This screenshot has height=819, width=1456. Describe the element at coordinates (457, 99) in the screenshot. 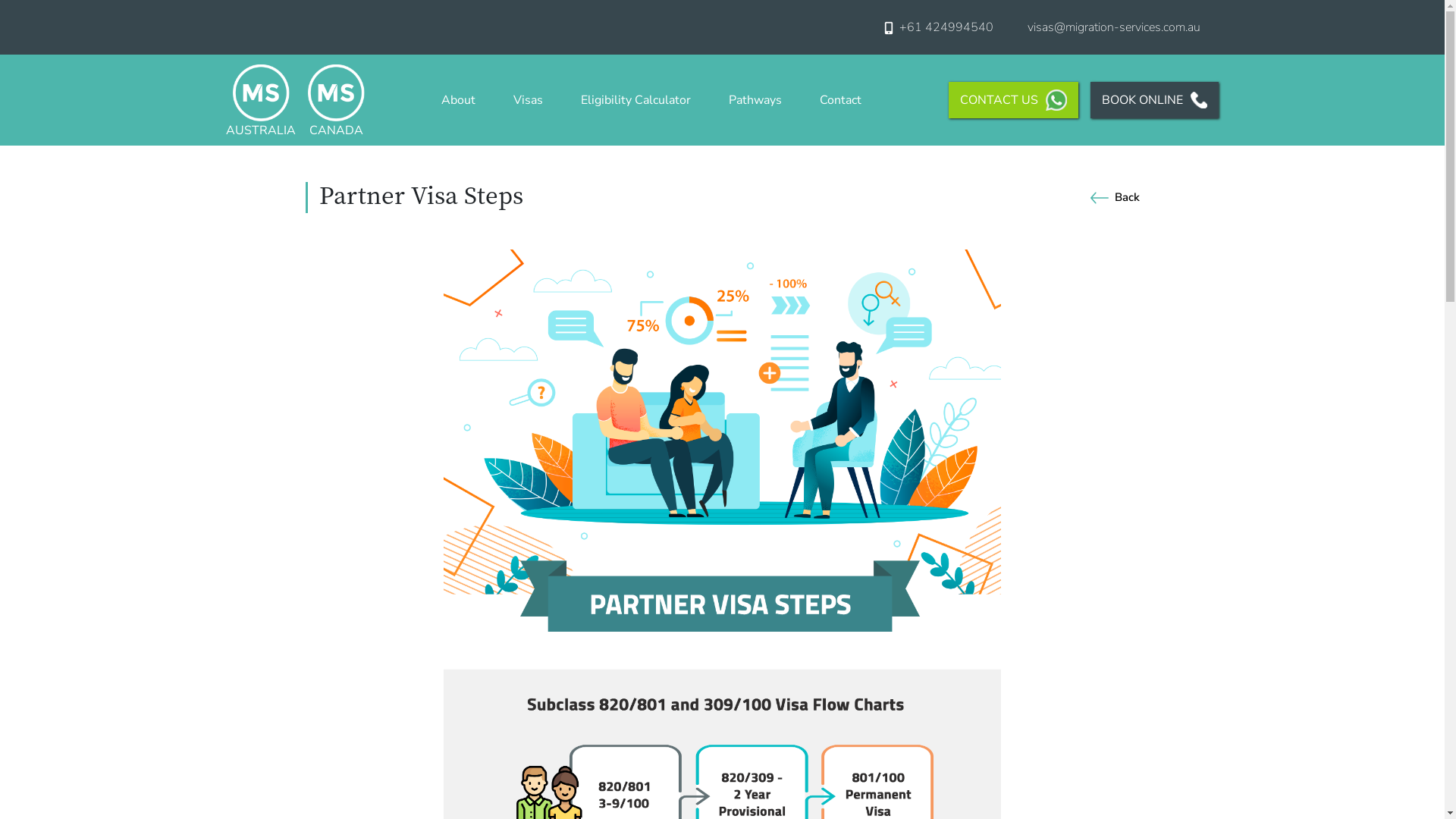

I see `'About'` at that location.